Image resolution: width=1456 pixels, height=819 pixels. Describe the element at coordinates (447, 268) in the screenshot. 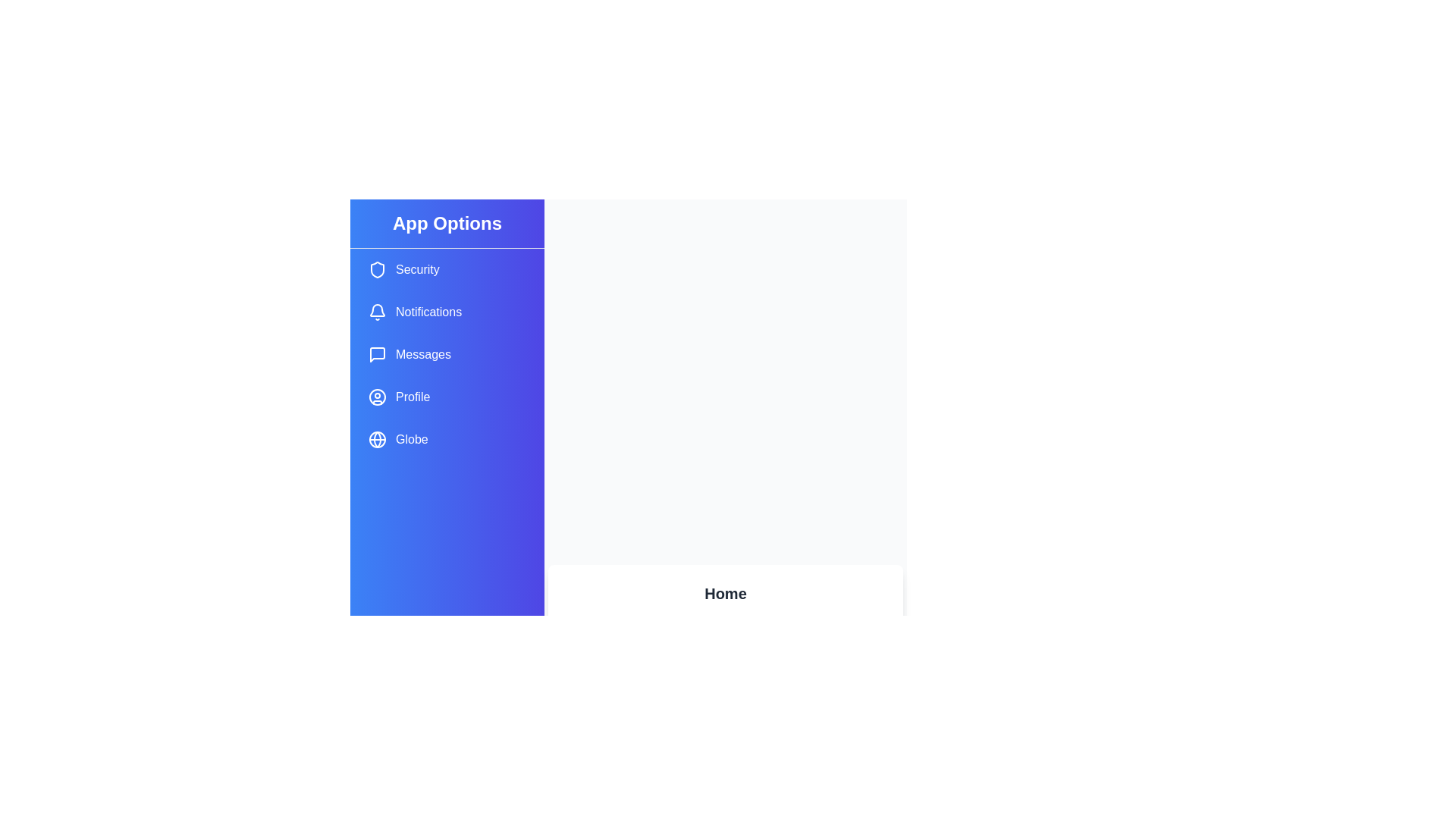

I see `the sidebar item corresponding to Security` at that location.